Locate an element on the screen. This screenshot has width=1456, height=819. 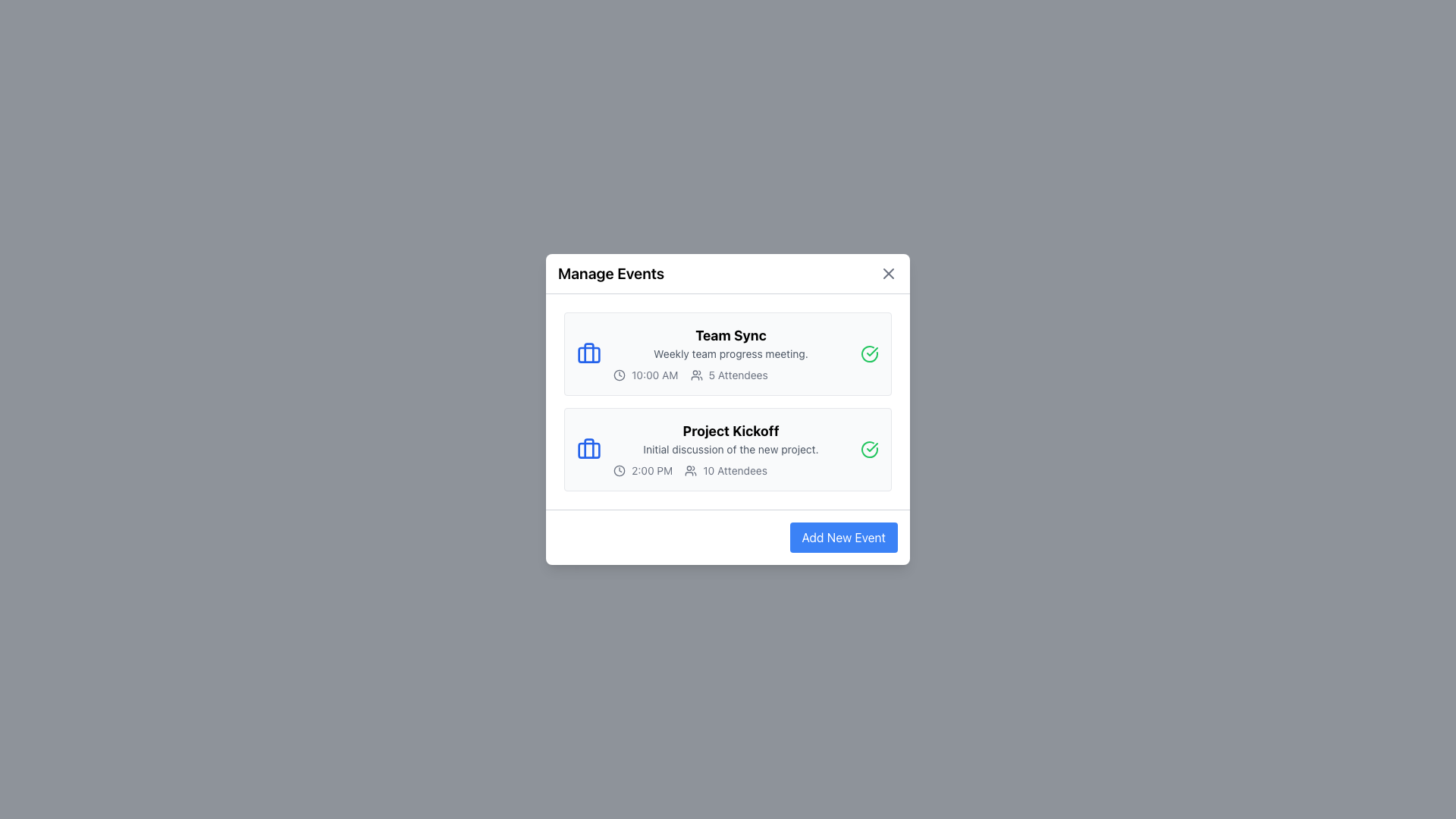
the green circle icon with a checkmark located at the top right of the 'Team Sync' event card in the 'Manage Events' modal is located at coordinates (870, 353).